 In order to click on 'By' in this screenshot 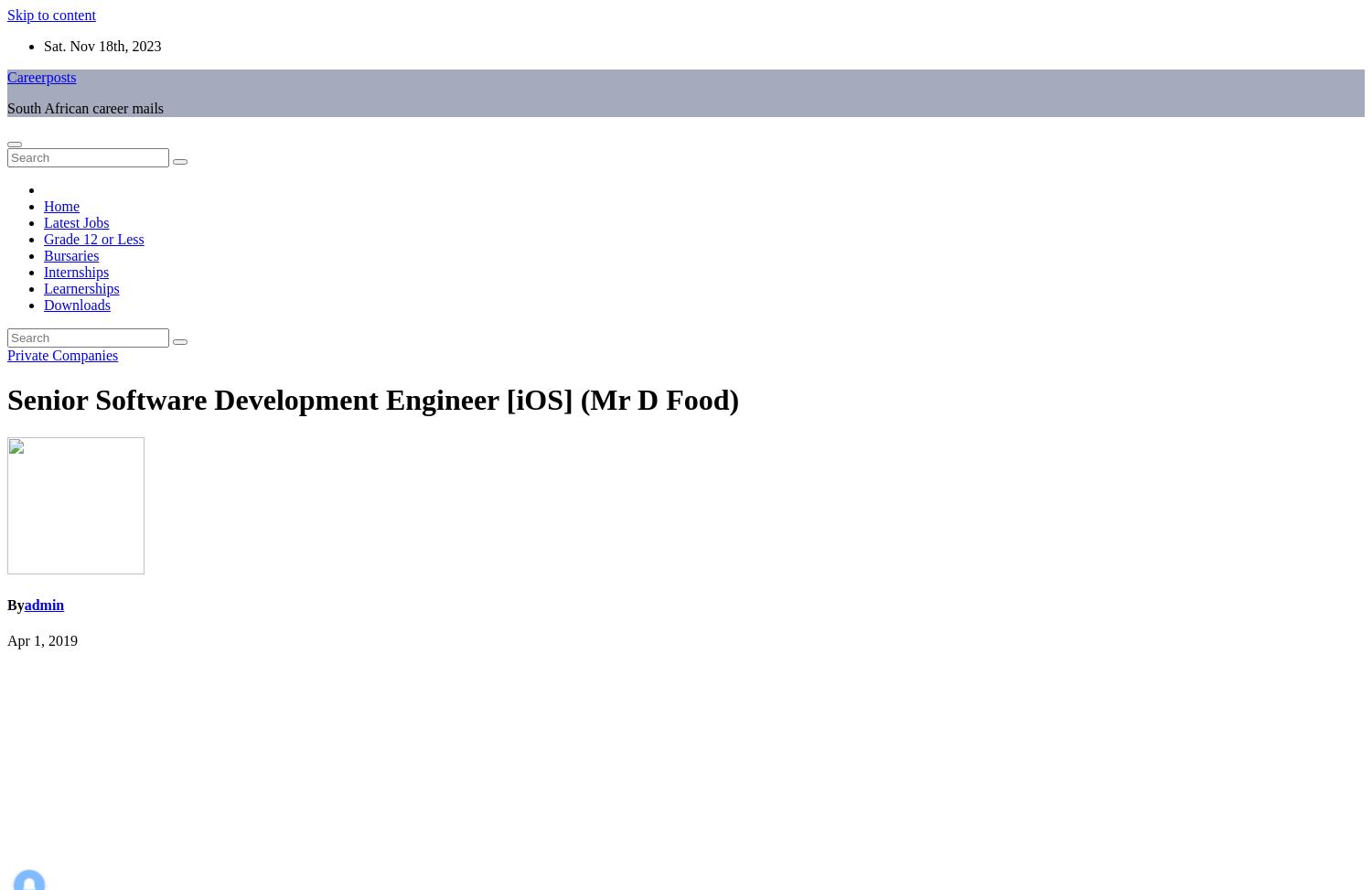, I will do `click(6, 604)`.